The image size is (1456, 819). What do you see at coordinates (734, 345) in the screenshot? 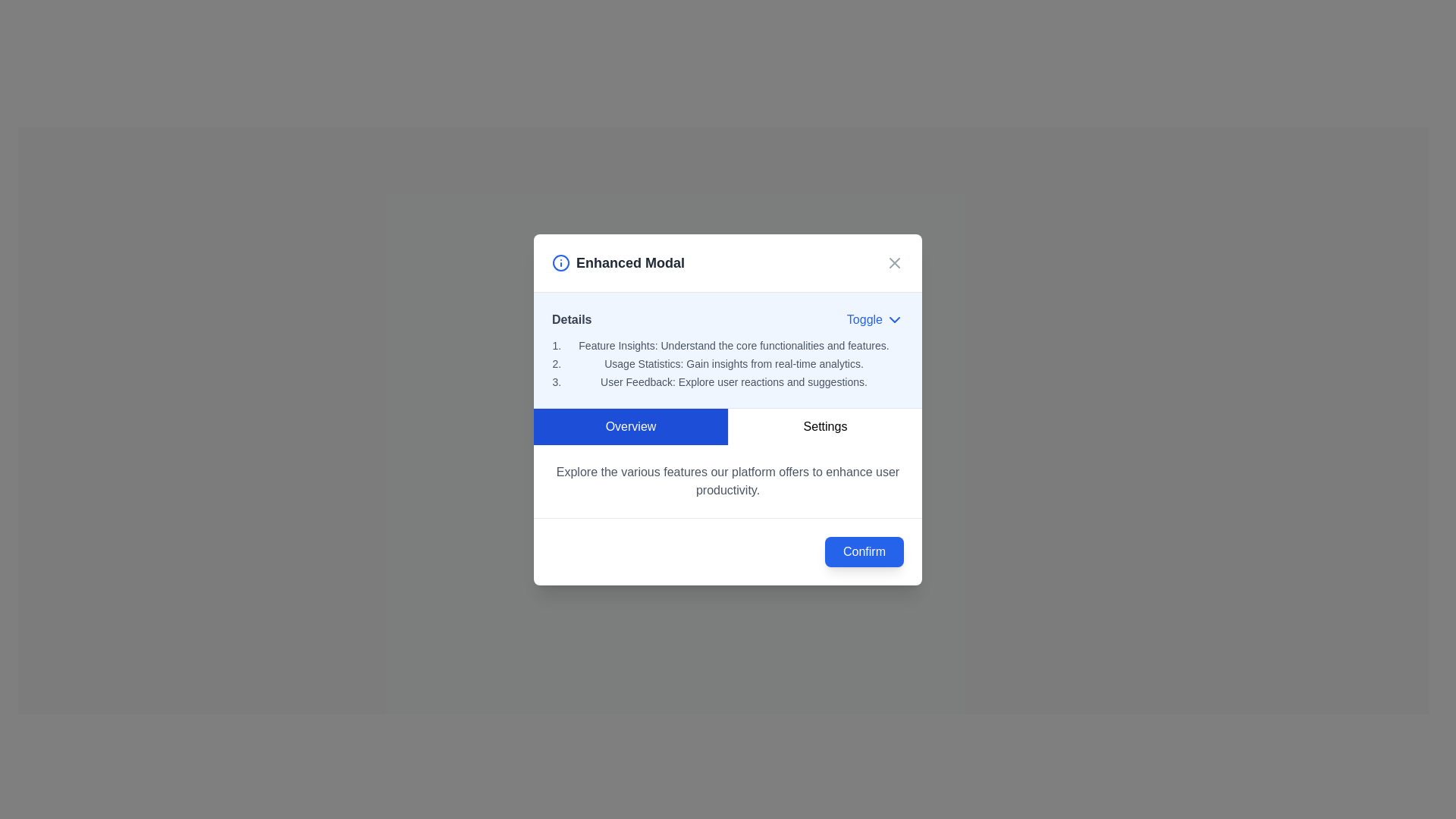
I see `the text label that reads 'Feature Insights: Understand the core functionalities and features.' located in the top-left corner of the modal, under the title 'Enhanced Modal'` at bounding box center [734, 345].